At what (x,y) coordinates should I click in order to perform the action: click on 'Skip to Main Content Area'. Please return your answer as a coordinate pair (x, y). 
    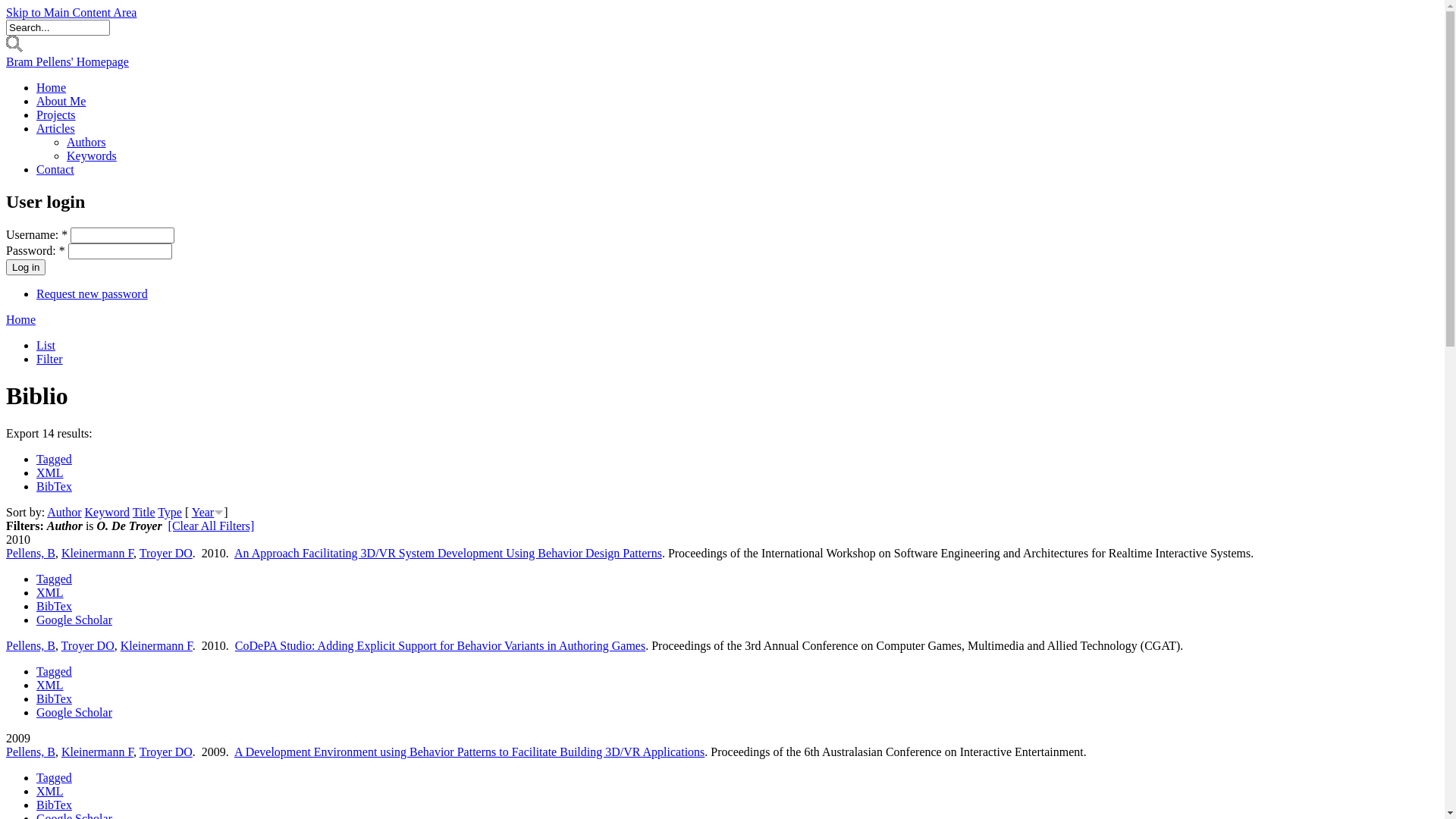
    Looking at the image, I should click on (71, 12).